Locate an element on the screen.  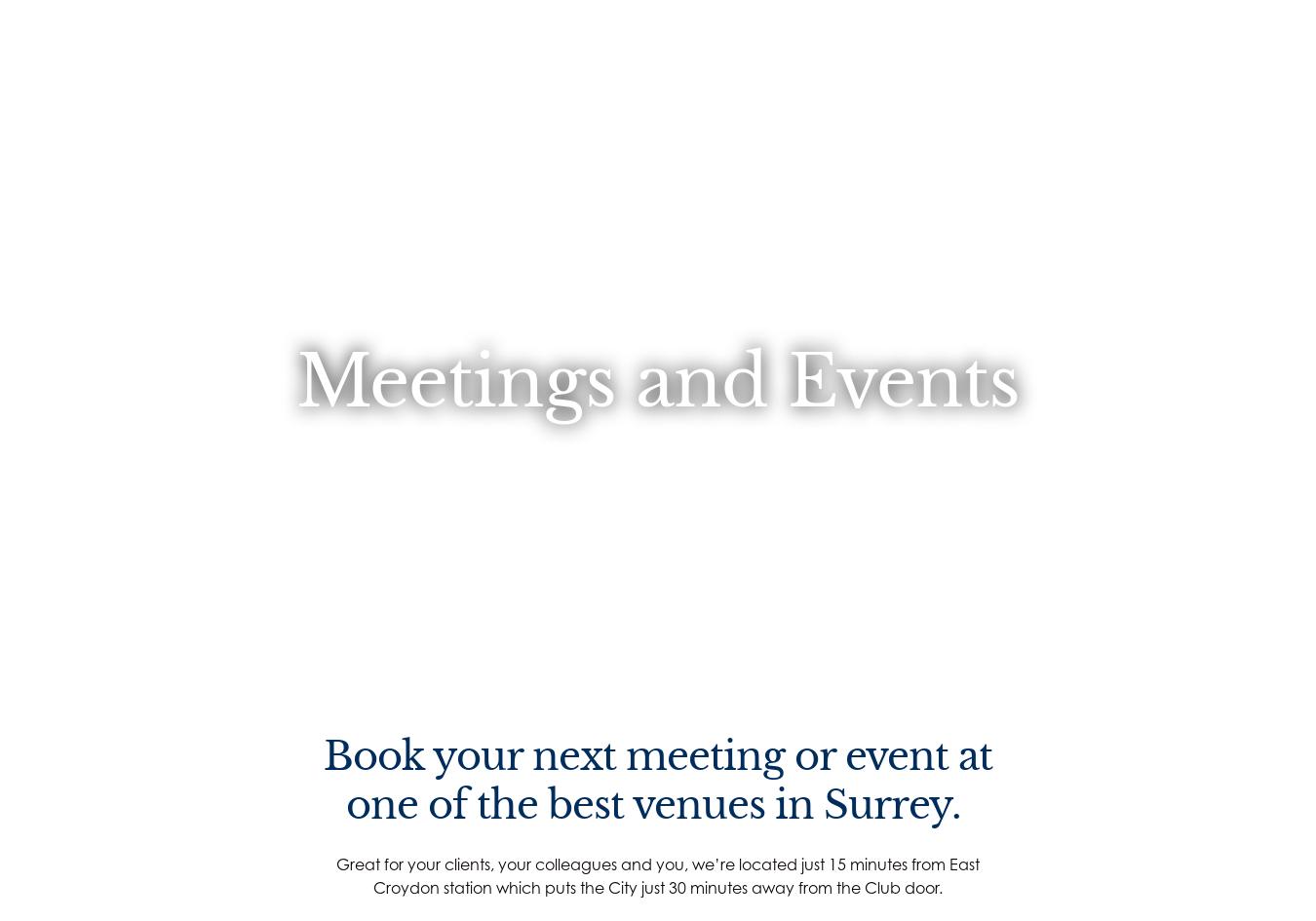
'Dine' is located at coordinates (438, 313).